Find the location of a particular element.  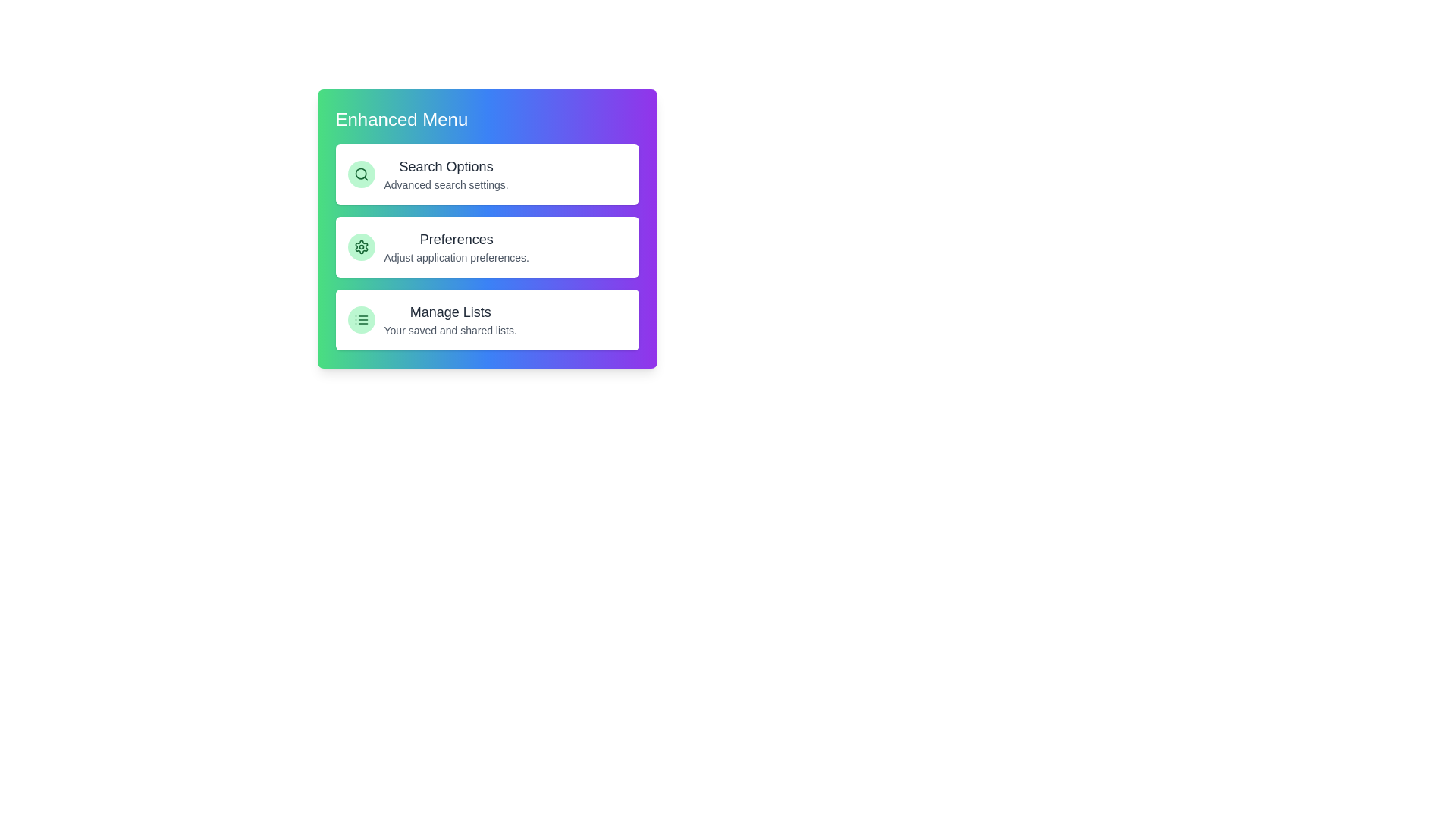

the menu item titled Search Options from the StyledMenu is located at coordinates (487, 174).